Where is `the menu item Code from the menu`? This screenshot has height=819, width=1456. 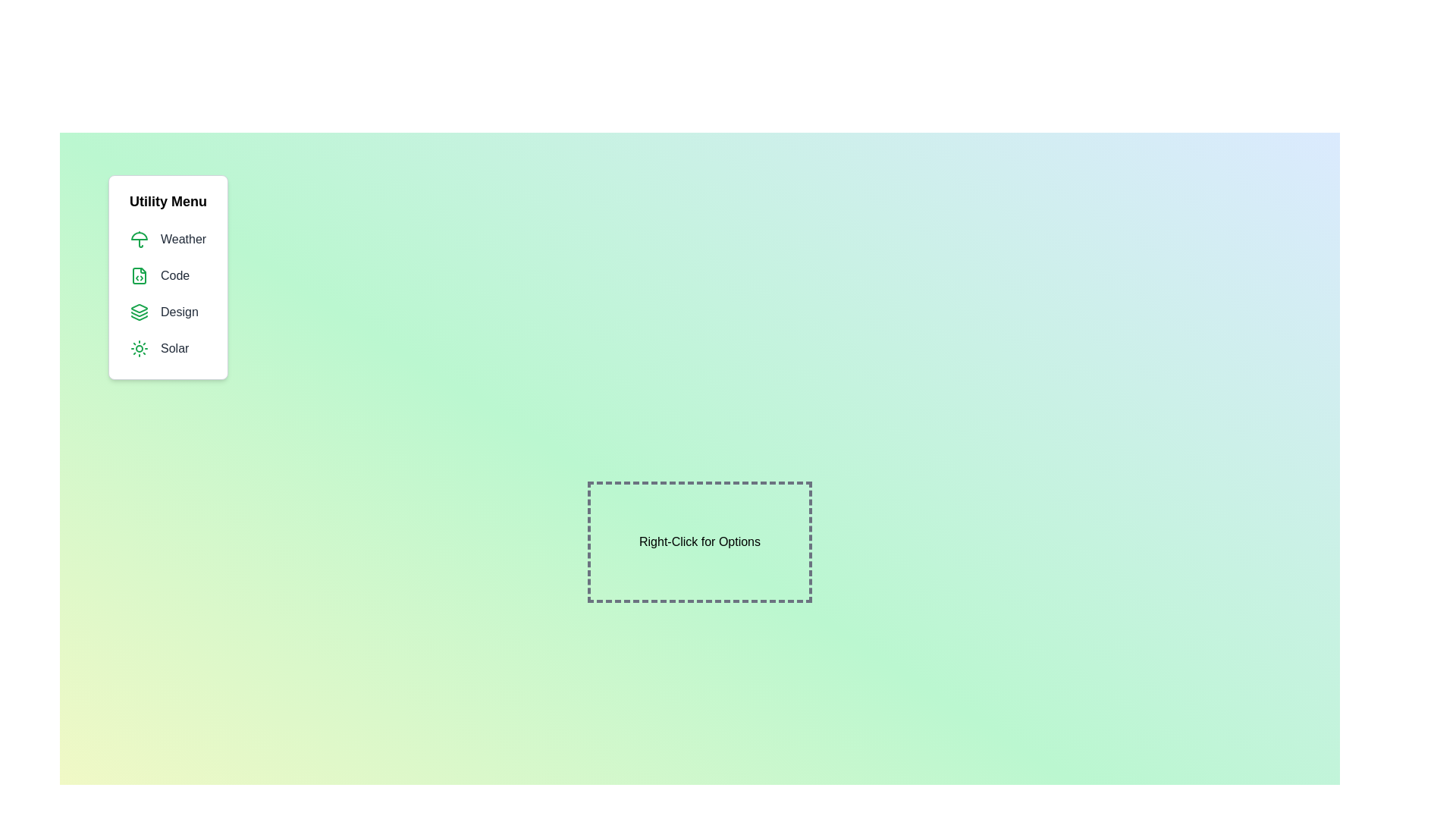
the menu item Code from the menu is located at coordinates (168, 275).